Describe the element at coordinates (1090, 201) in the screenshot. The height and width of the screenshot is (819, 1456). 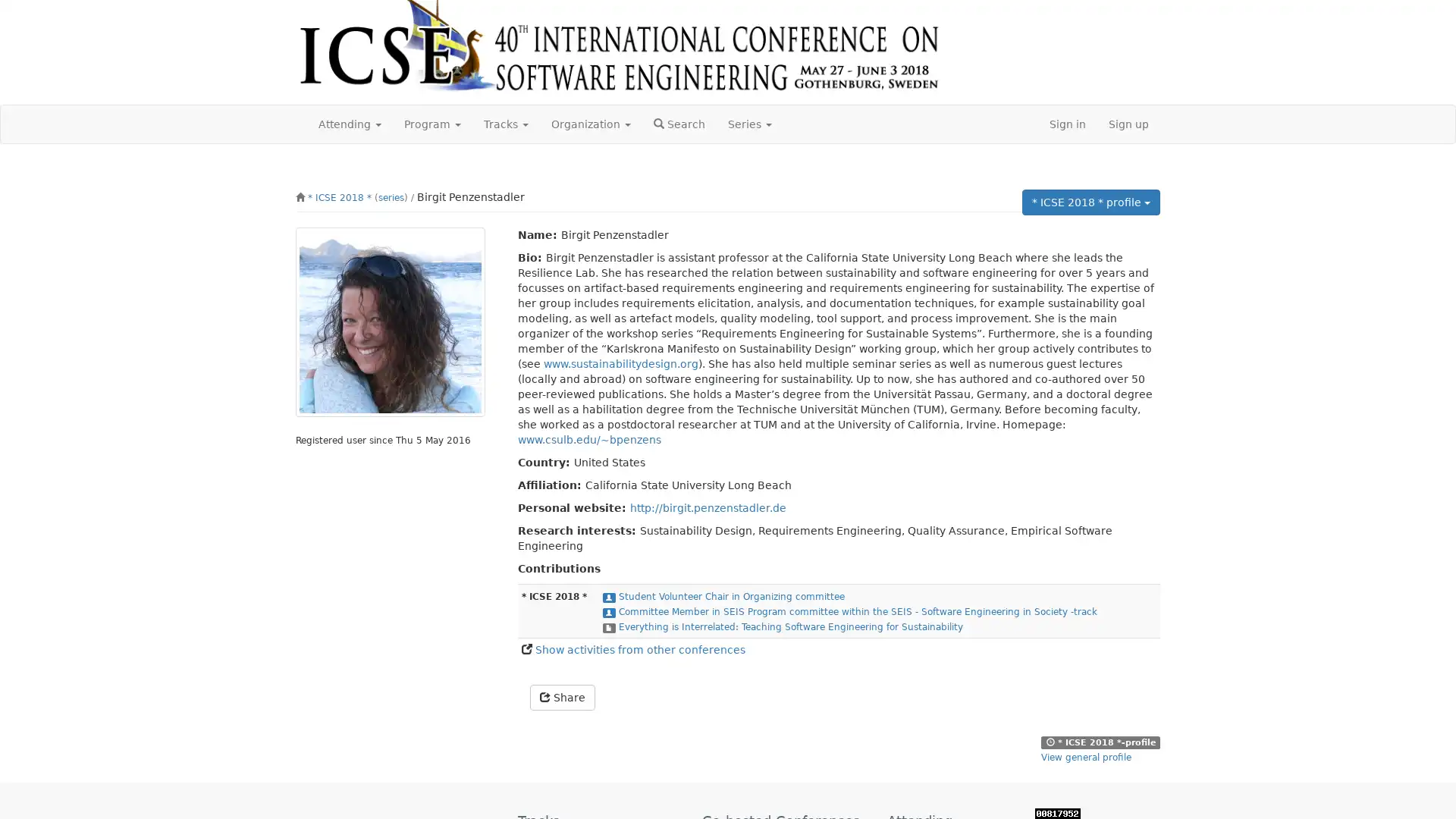
I see `* ICSE 2018 * profile` at that location.